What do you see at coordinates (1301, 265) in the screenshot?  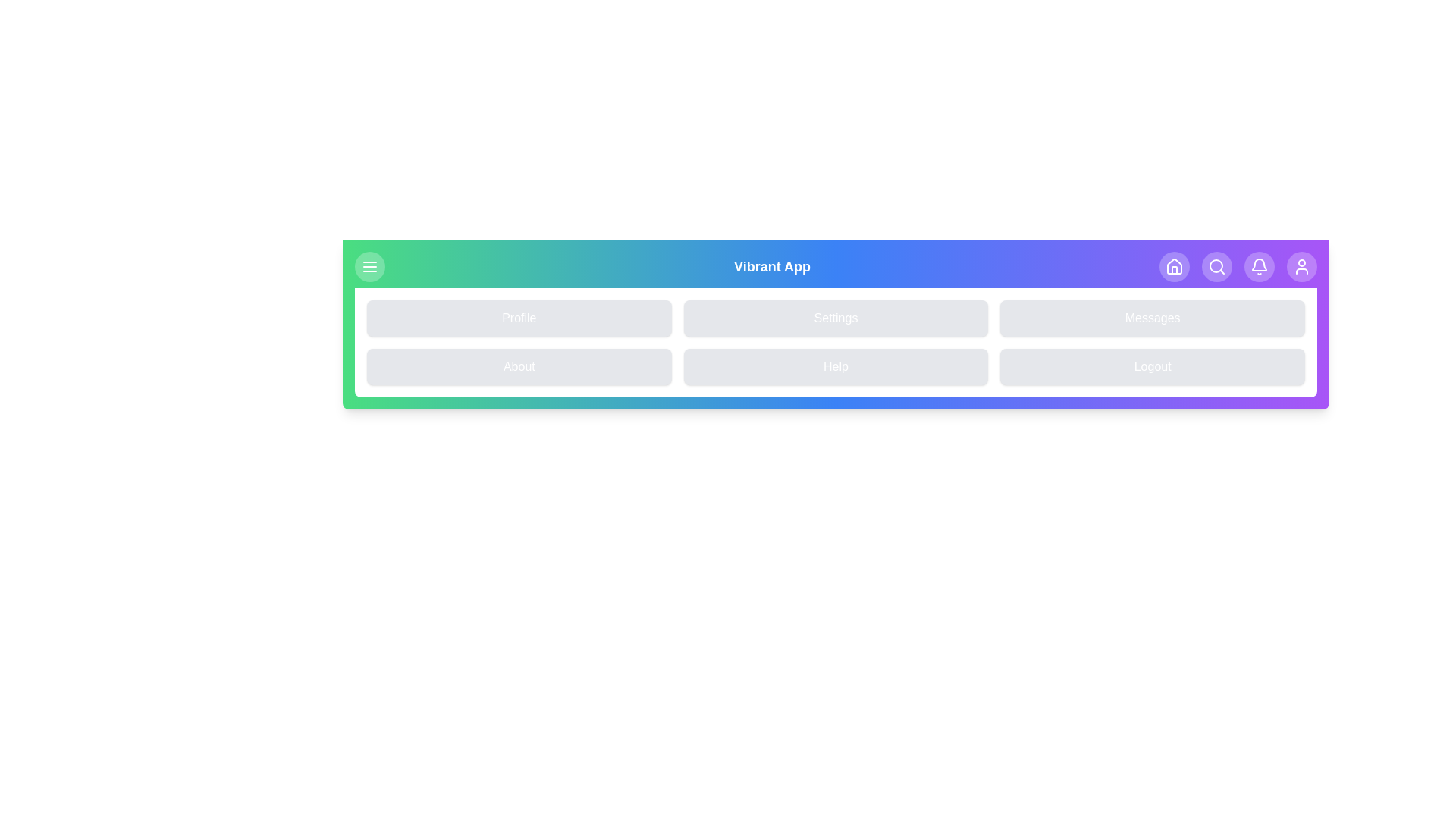 I see `the navigation icon User` at bounding box center [1301, 265].